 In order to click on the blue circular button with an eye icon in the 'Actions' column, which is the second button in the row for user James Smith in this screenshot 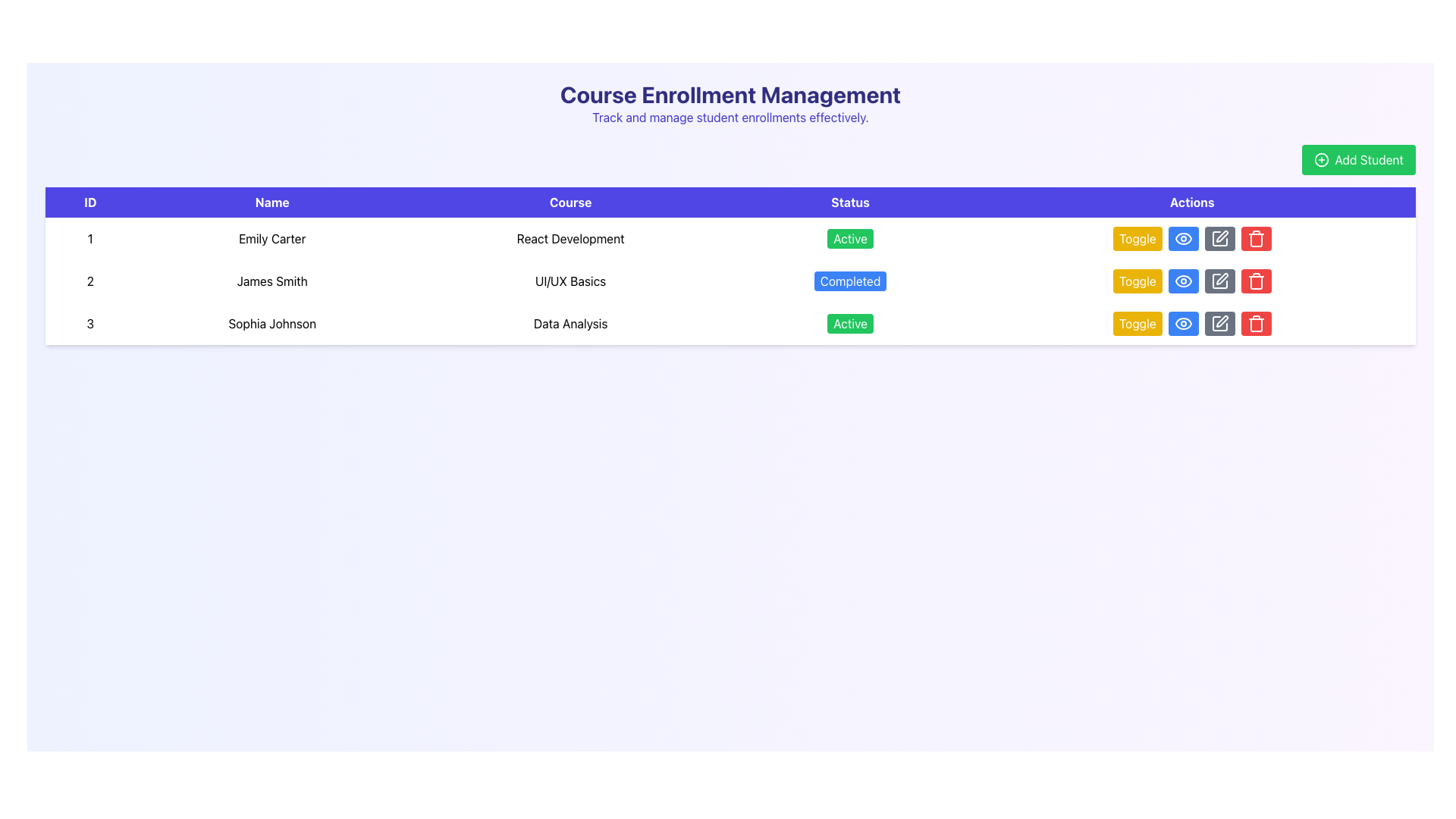, I will do `click(1182, 239)`.